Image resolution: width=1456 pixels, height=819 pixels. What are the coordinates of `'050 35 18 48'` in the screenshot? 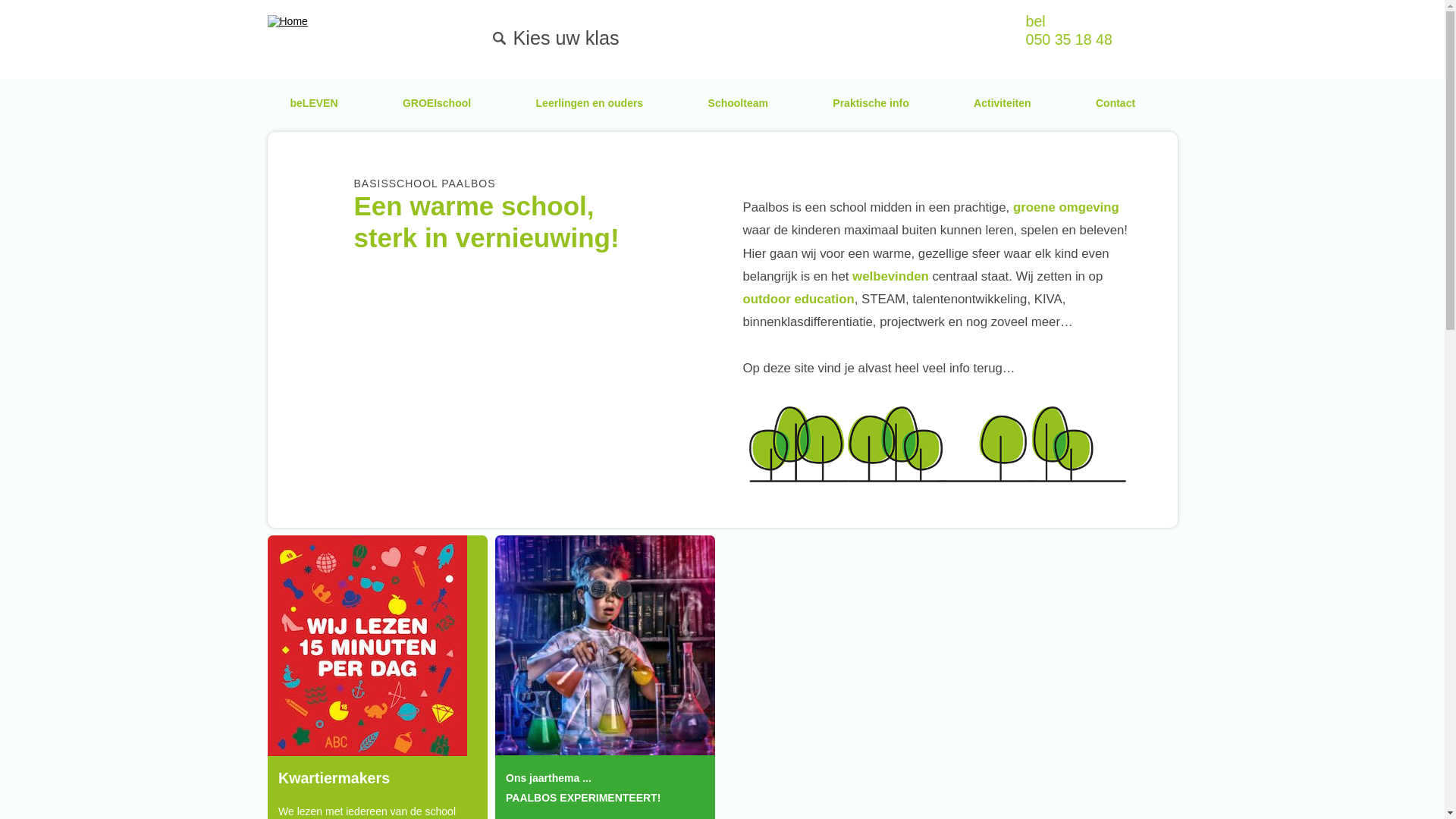 It's located at (1068, 38).